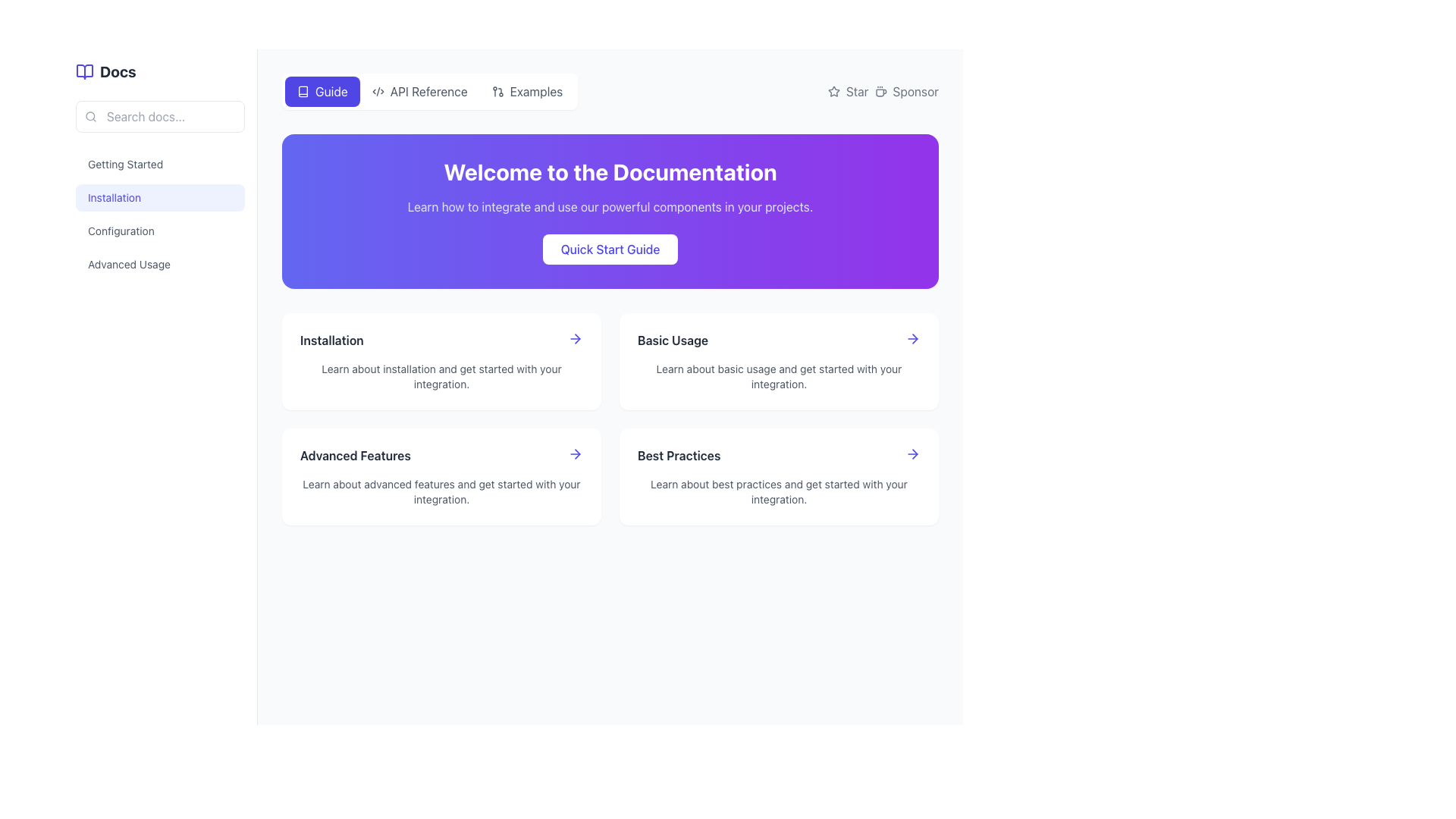  I want to click on the descriptive subtitle text block that welcomes users to the documentation section, positioned below the 'Welcome to the Documentation' header and above the 'Quick Start Guide' button, so click(610, 207).